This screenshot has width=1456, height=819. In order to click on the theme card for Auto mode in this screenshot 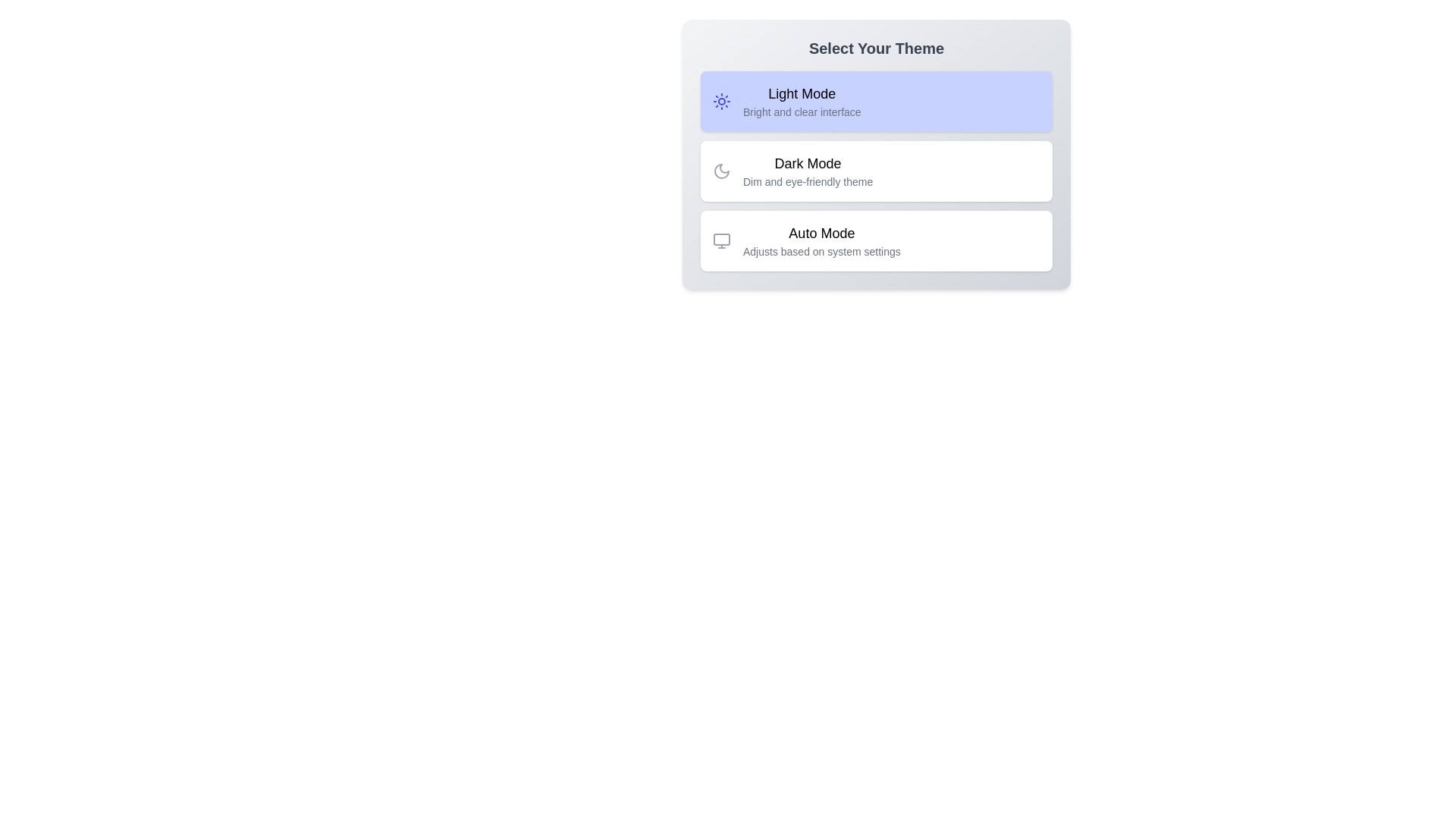, I will do `click(877, 240)`.